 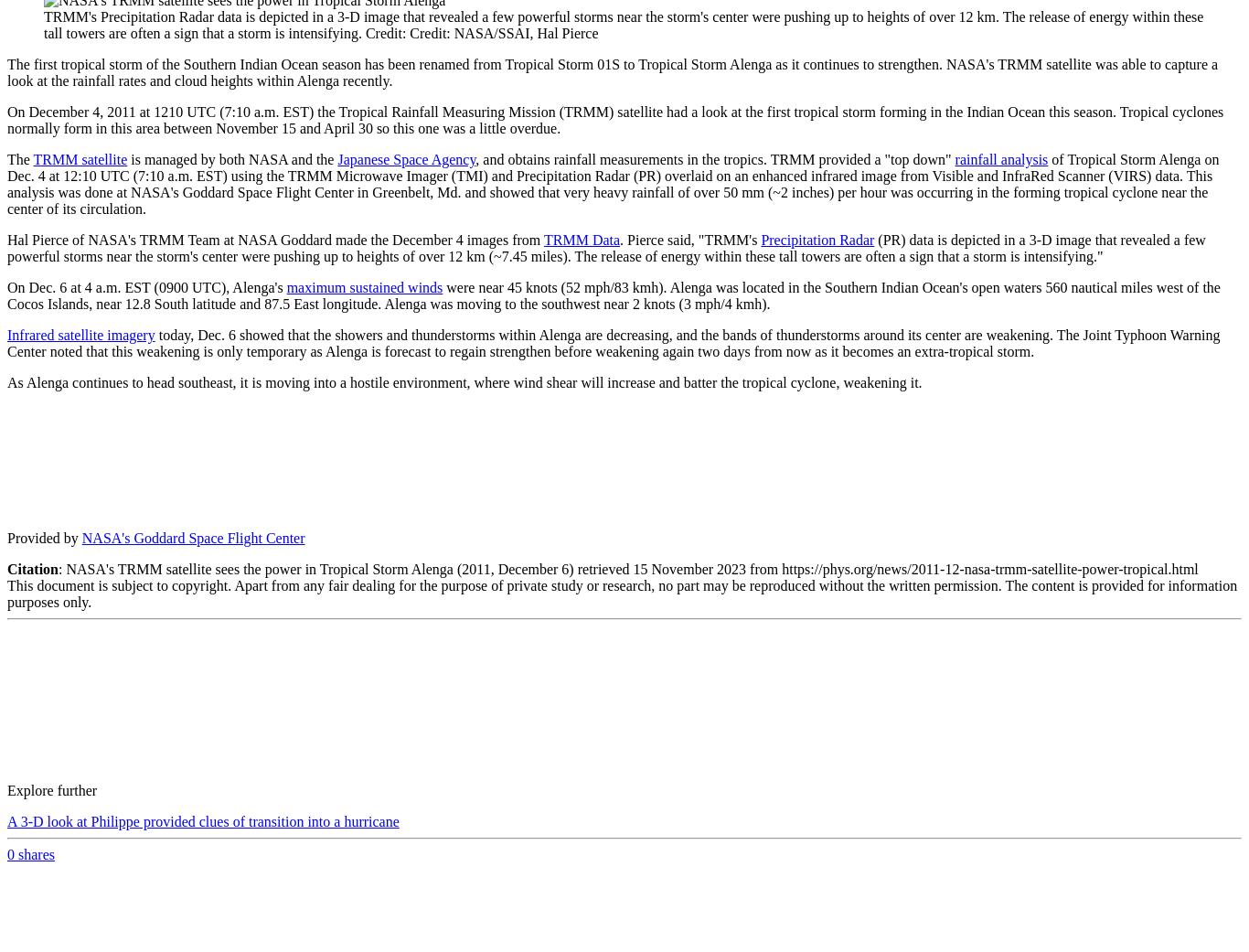 What do you see at coordinates (51, 789) in the screenshot?
I see `'Explore further'` at bounding box center [51, 789].